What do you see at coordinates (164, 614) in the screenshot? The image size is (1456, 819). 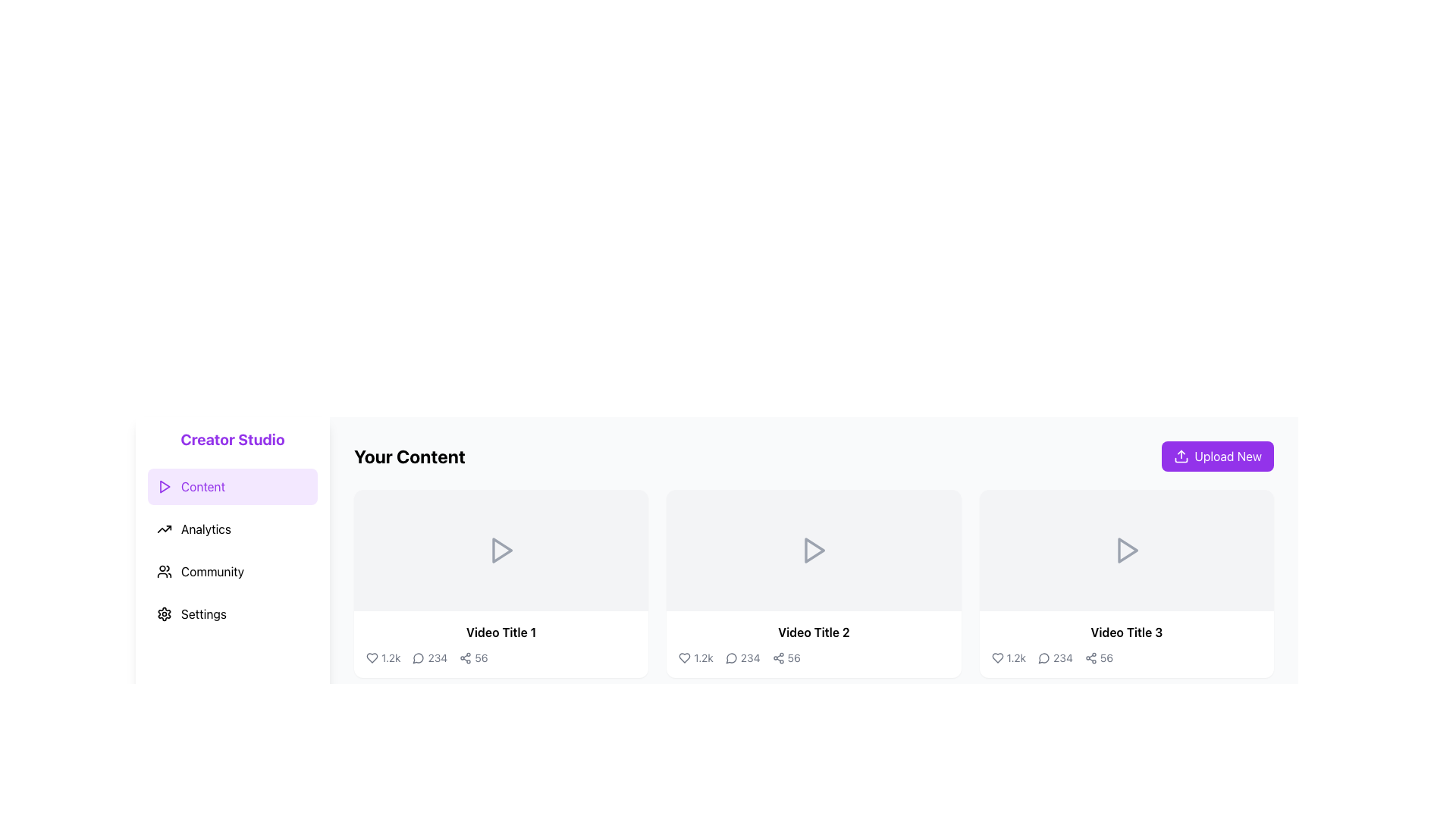 I see `the gear-like icon representing the settings functionality located on the left side of the interface within the 'Settings' option` at bounding box center [164, 614].